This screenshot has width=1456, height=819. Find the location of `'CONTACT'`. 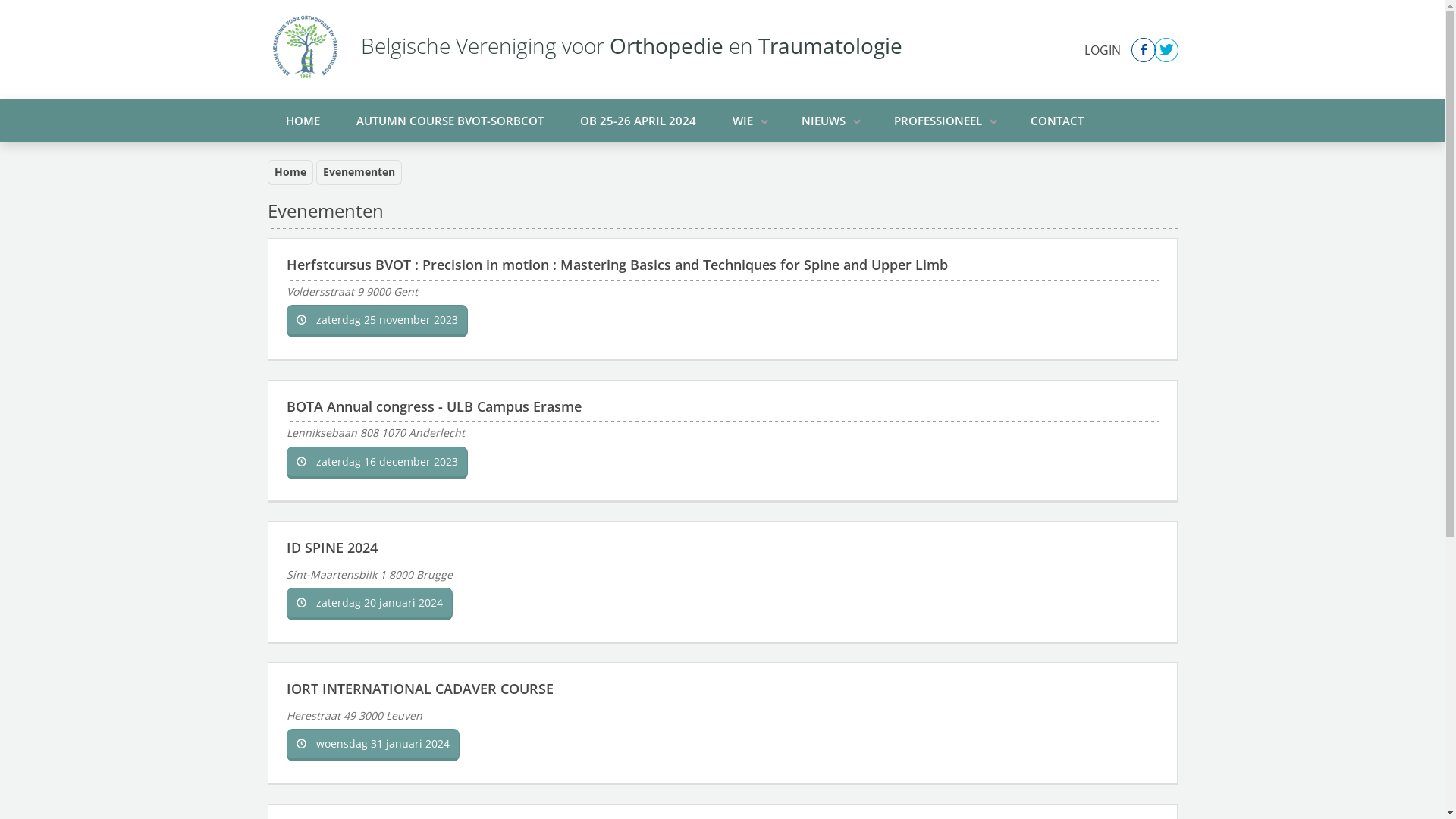

'CONTACT' is located at coordinates (1055, 119).